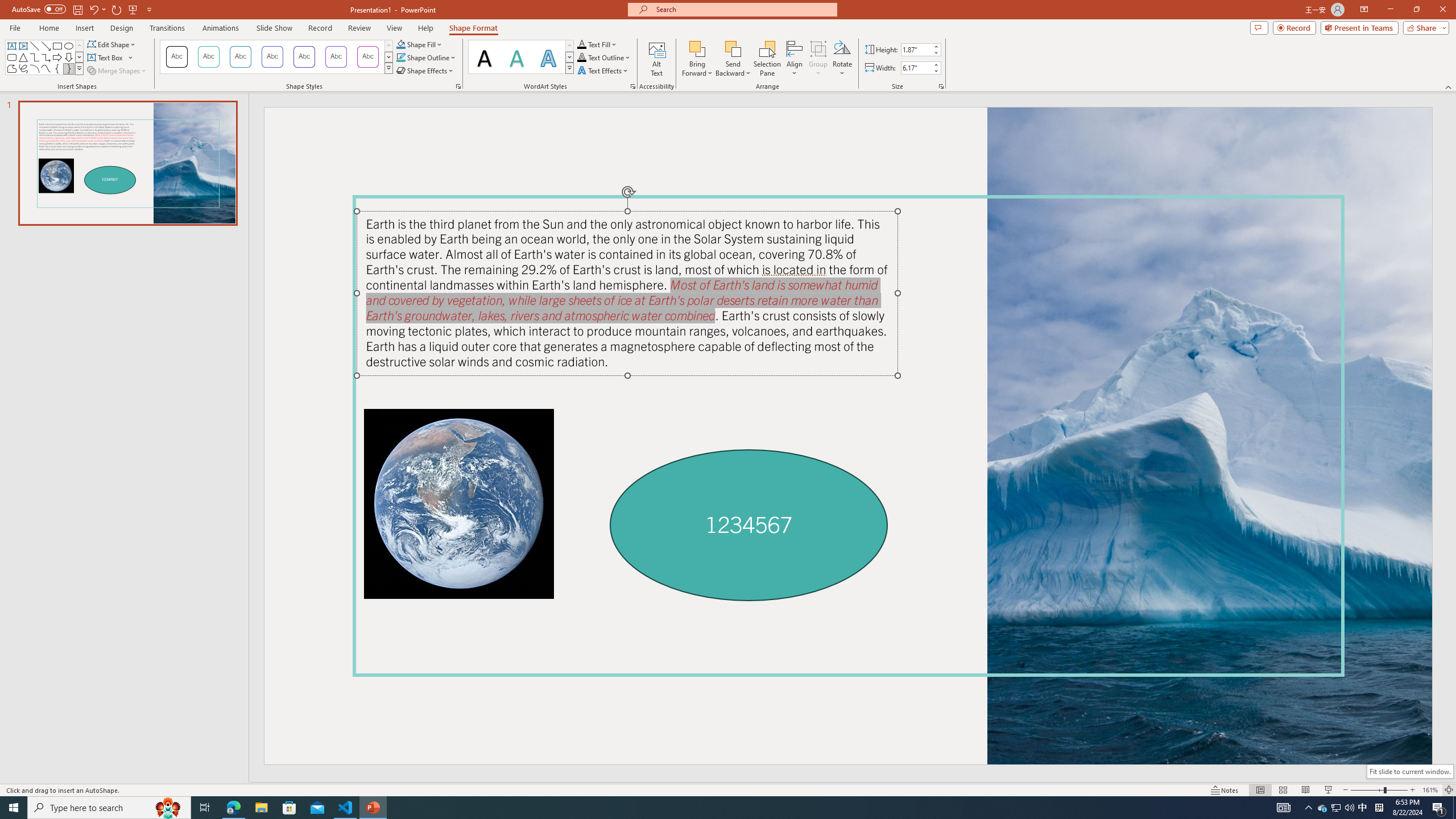  I want to click on 'Left Brace', so click(57, 68).